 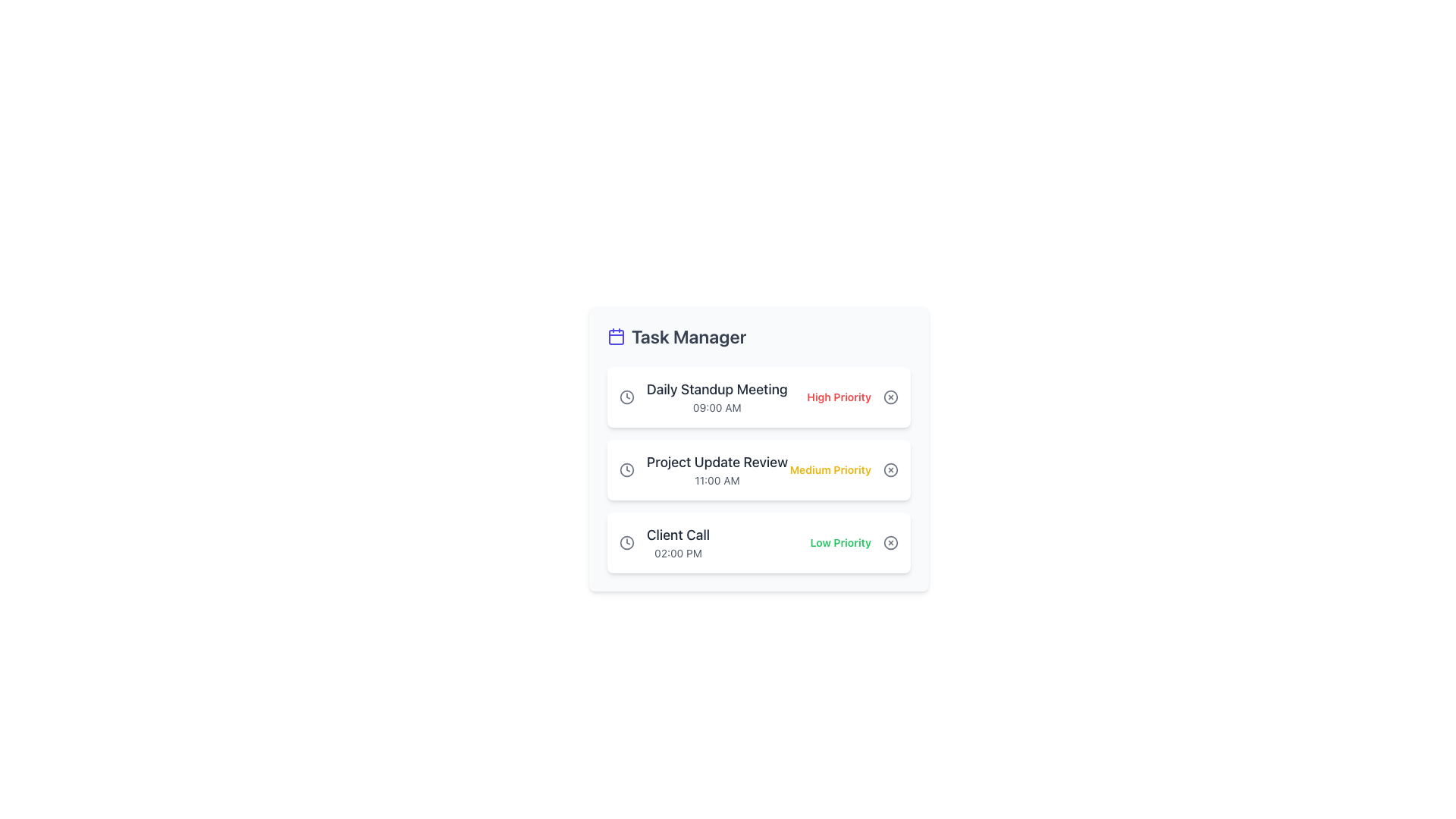 I want to click on the text display indicating a scheduled task or event labeled 'Client Call' at 02:00 PM, located in the third card of the 'Task Manager' section, so click(x=677, y=542).